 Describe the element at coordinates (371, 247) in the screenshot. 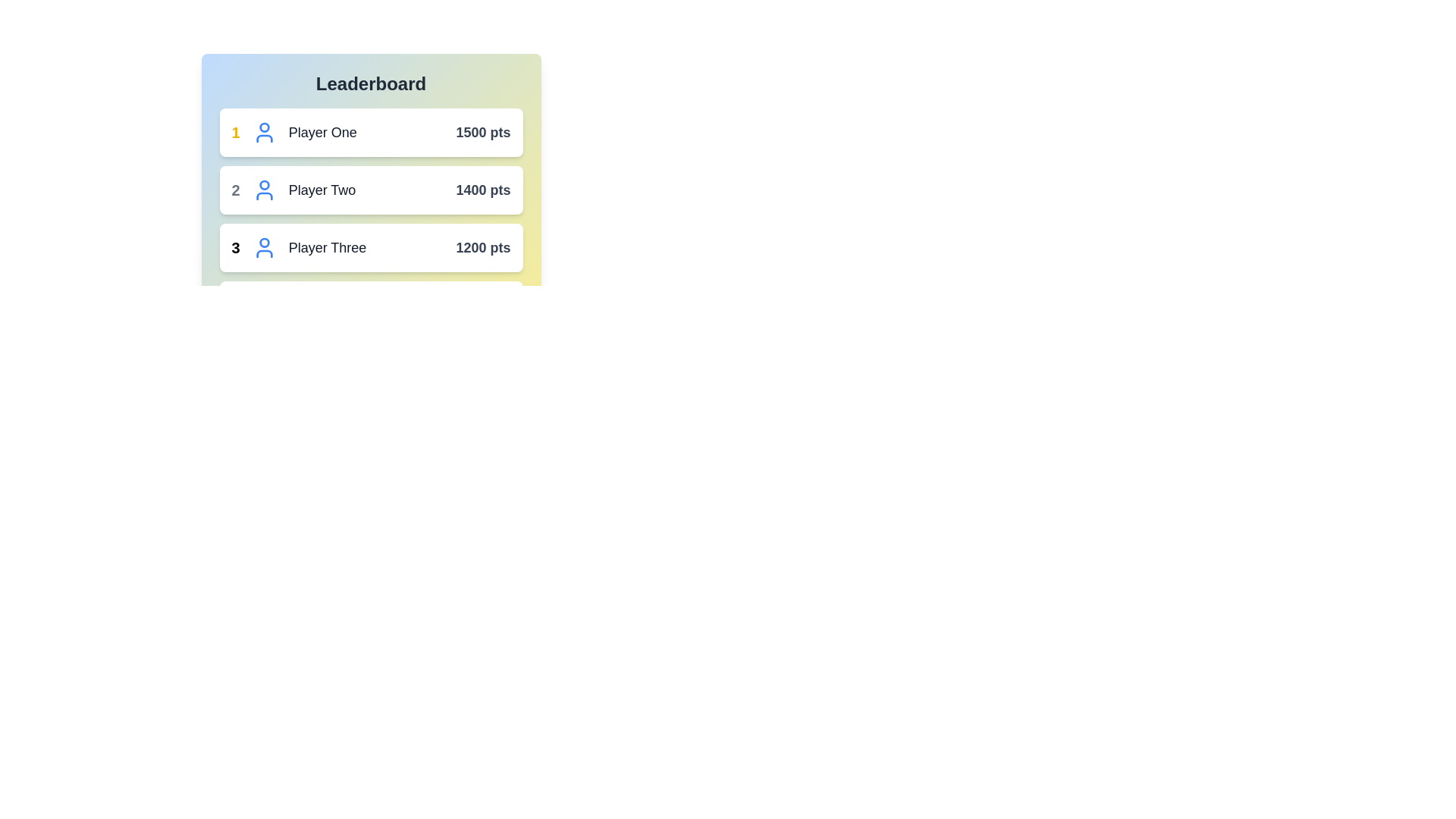

I see `the player entry for Player Three to highlight it` at that location.